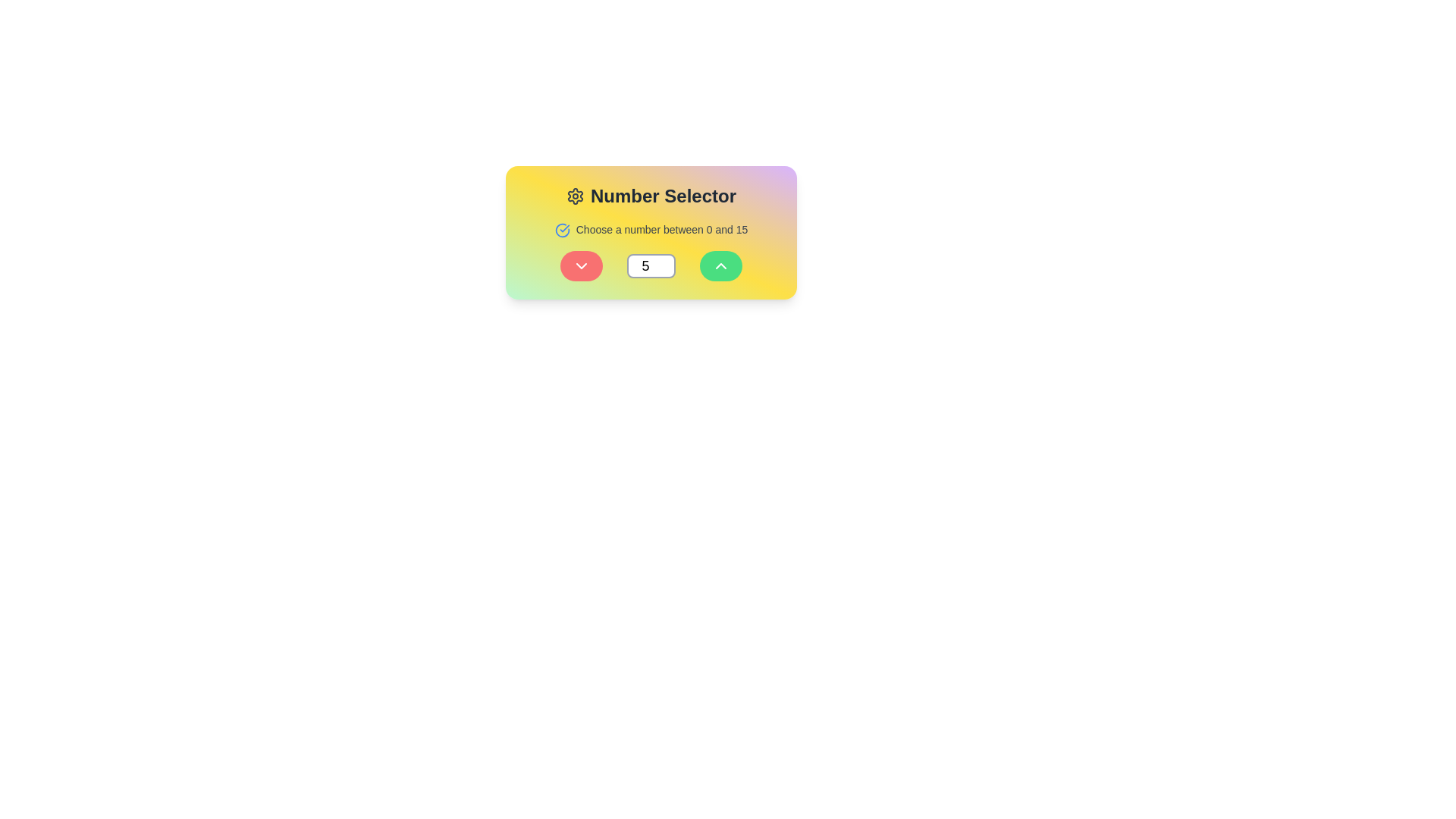 Image resolution: width=1456 pixels, height=819 pixels. I want to click on the status icon positioned to the left of the text 'Choose a number between 0 and 15' in the number selector interface, so click(561, 230).